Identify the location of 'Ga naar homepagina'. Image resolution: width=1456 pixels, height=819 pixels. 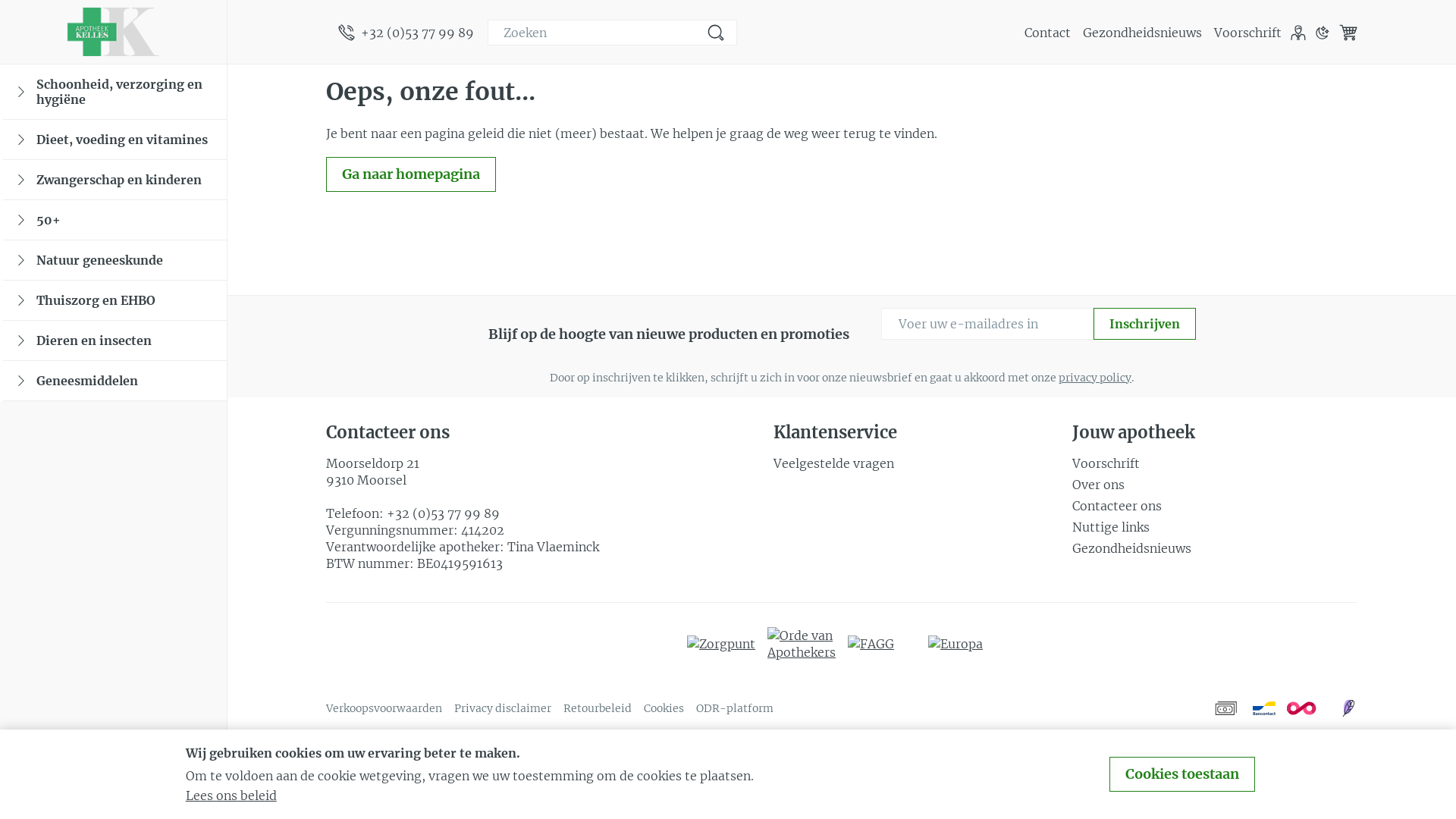
(411, 174).